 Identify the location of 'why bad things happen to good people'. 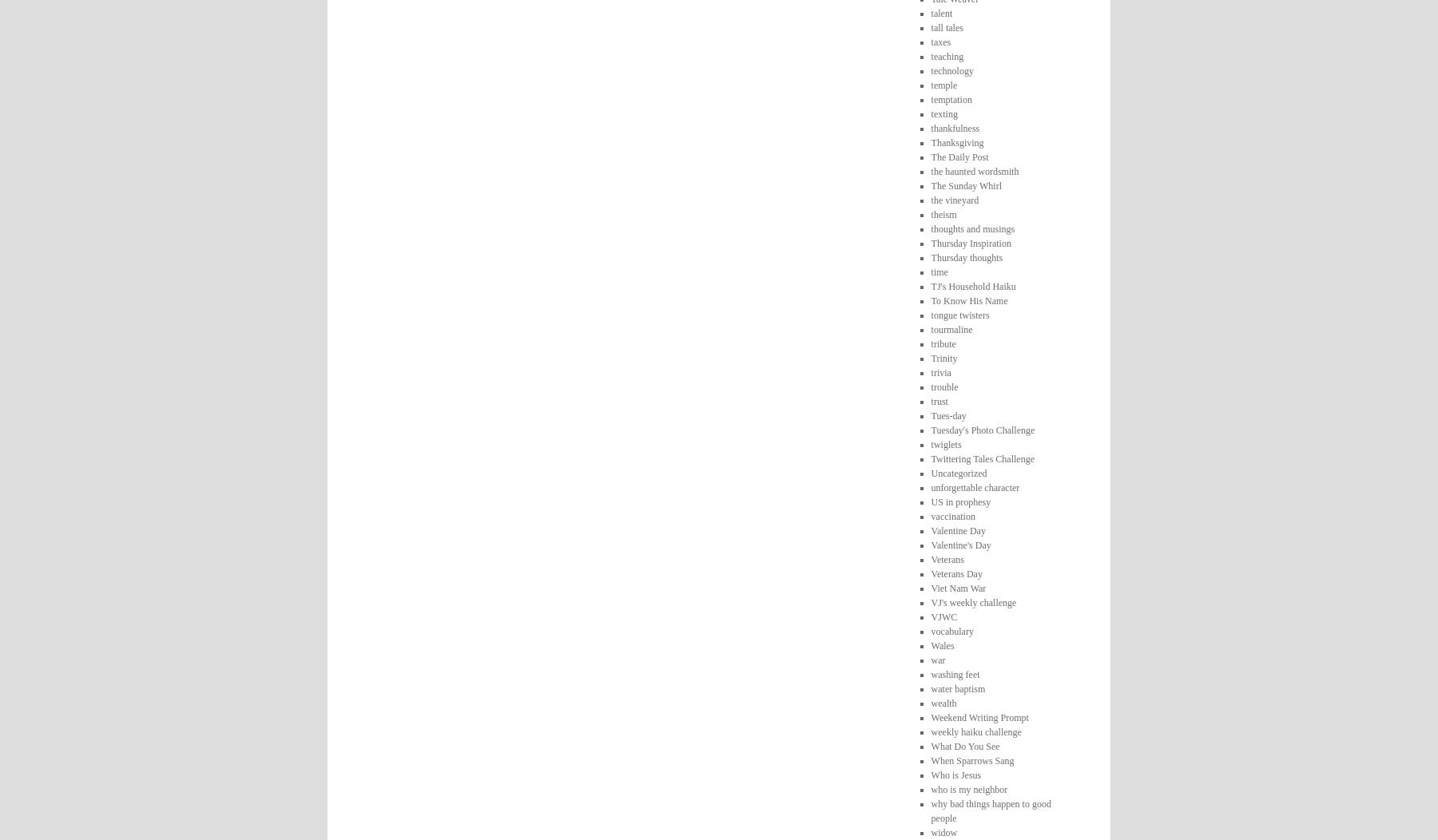
(991, 809).